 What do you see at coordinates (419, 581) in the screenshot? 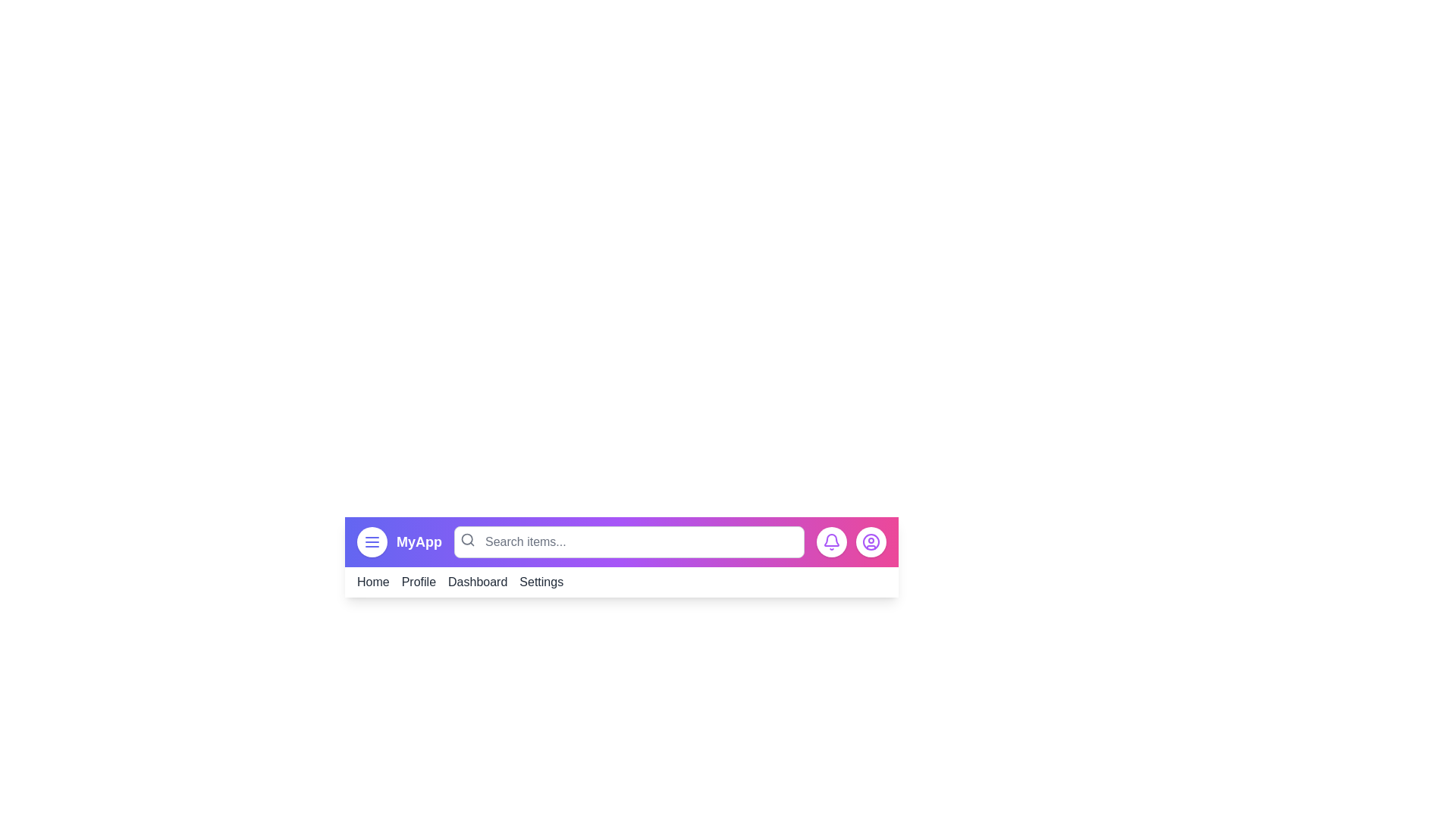
I see `the navigation menu item Profile` at bounding box center [419, 581].